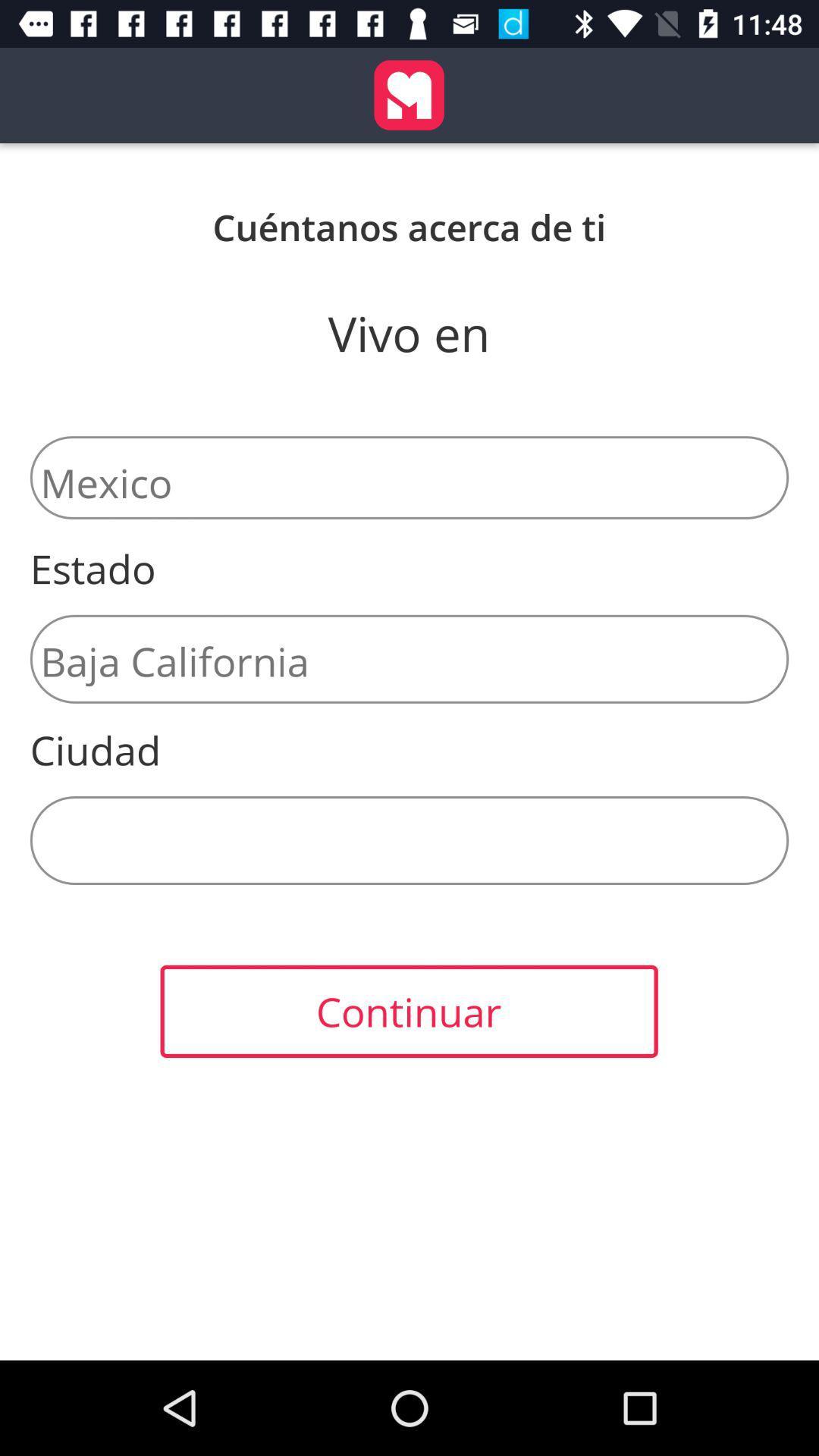 Image resolution: width=819 pixels, height=1456 pixels. I want to click on the continuar item, so click(408, 1011).